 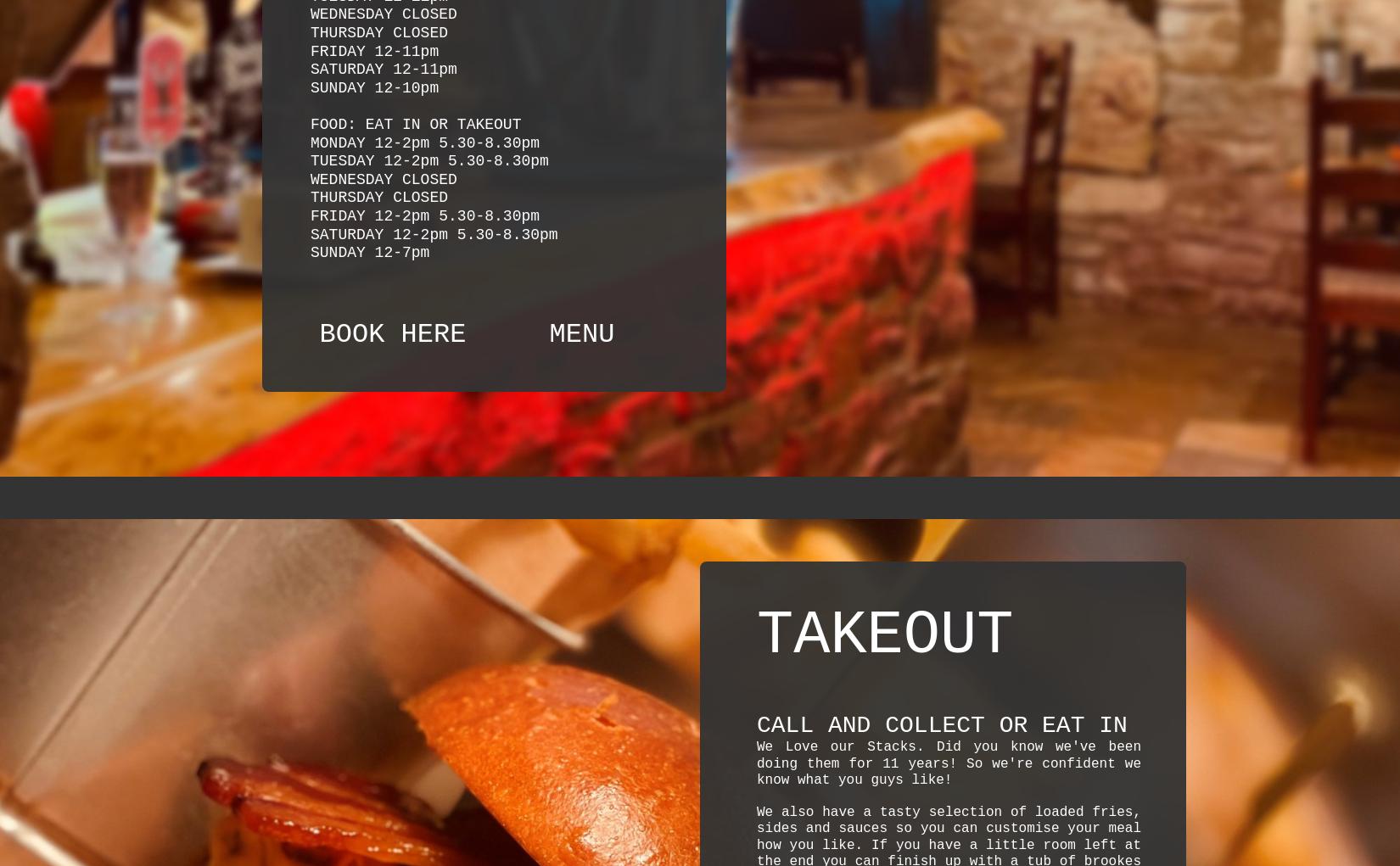 I want to click on 'TUESDAY 12-2pm 5.30-8.30pm', so click(x=428, y=160).